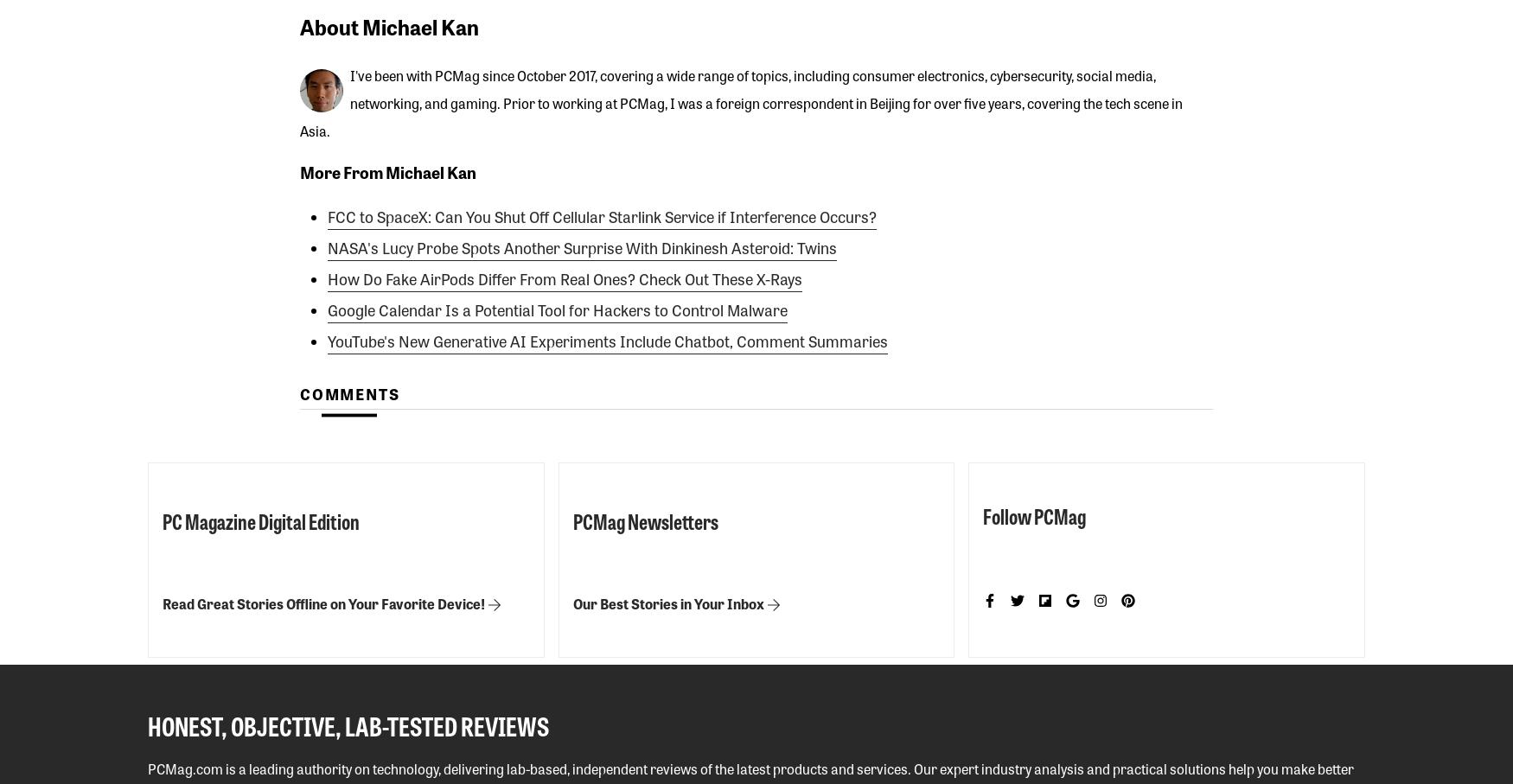 This screenshot has height=784, width=1513. I want to click on 'NASA's Lucy Probe Spots Another Surprise With Dinkinesh Asteroid: Twins', so click(327, 245).